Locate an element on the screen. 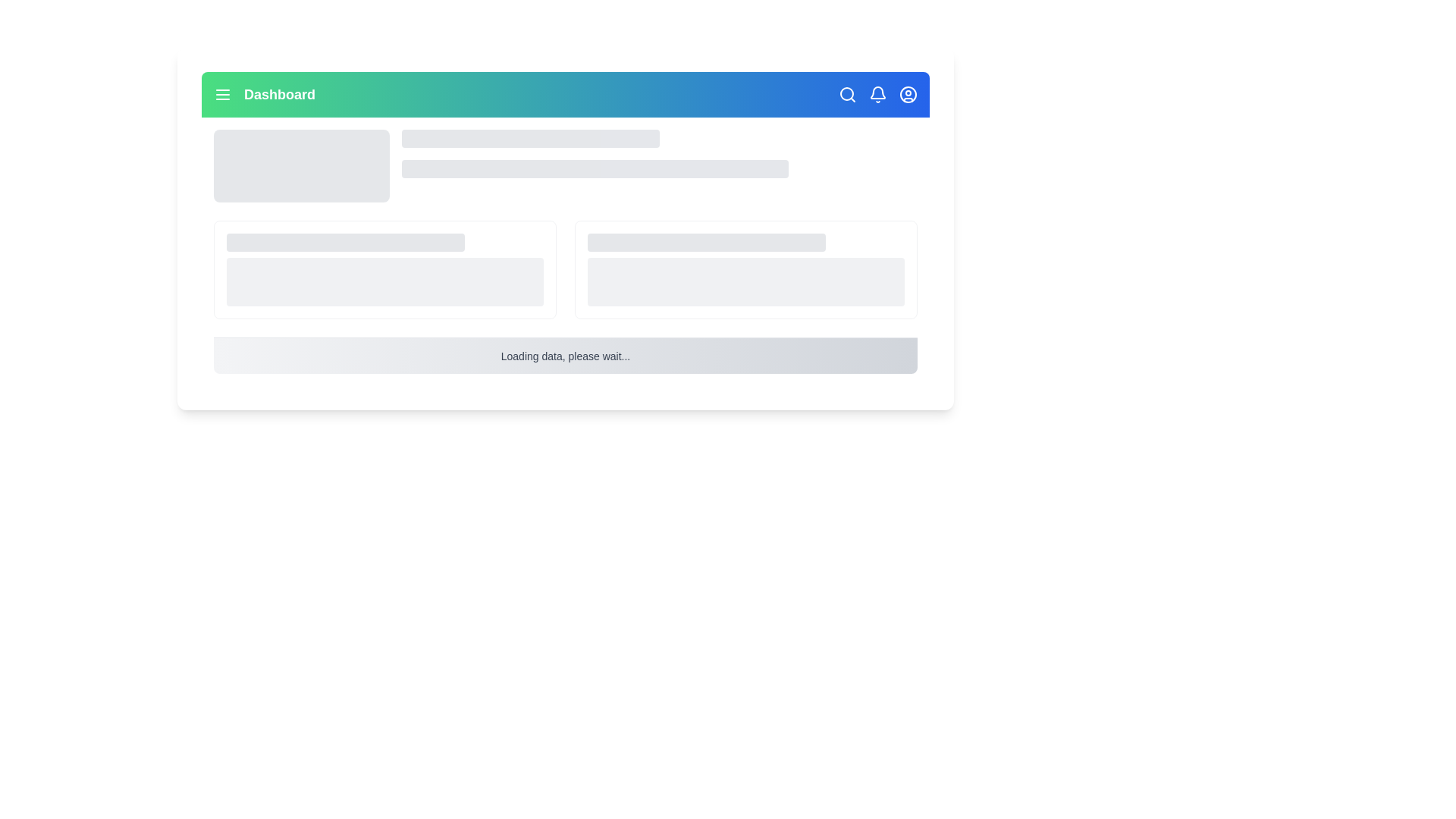 This screenshot has height=819, width=1456. the SVG Circle that represents the lens of the magnifying glass icon, located in the top-right corner of the interface within the top navigation bar is located at coordinates (846, 93).